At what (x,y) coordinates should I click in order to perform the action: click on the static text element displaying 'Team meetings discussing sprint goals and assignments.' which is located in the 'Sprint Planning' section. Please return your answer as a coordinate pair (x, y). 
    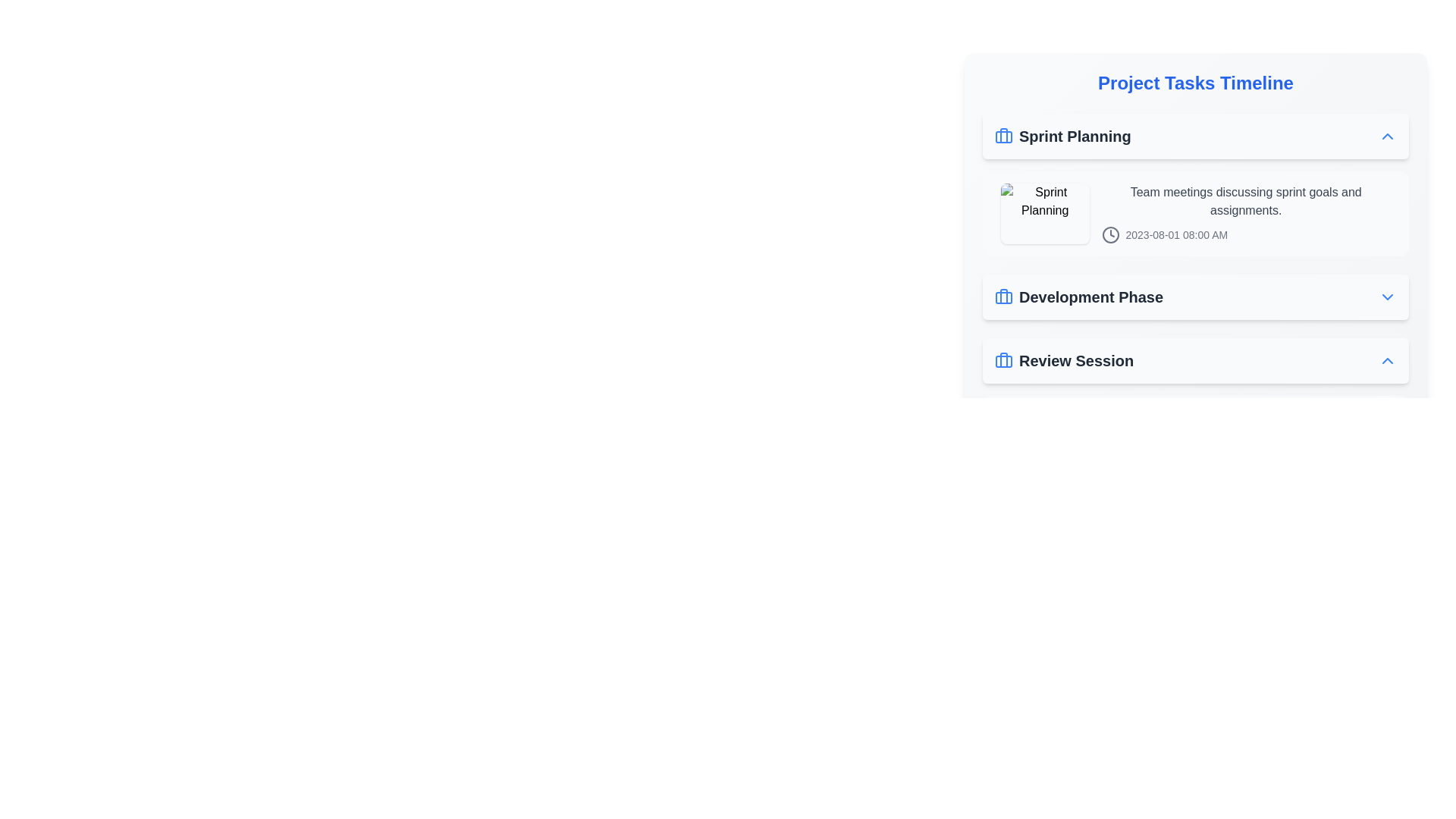
    Looking at the image, I should click on (1246, 201).